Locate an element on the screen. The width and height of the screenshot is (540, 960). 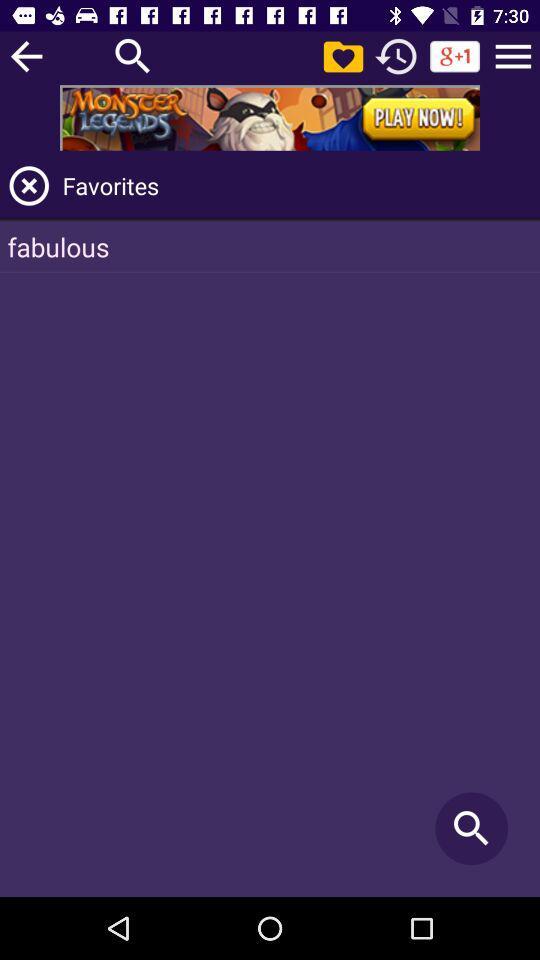
the app above favorites is located at coordinates (270, 117).